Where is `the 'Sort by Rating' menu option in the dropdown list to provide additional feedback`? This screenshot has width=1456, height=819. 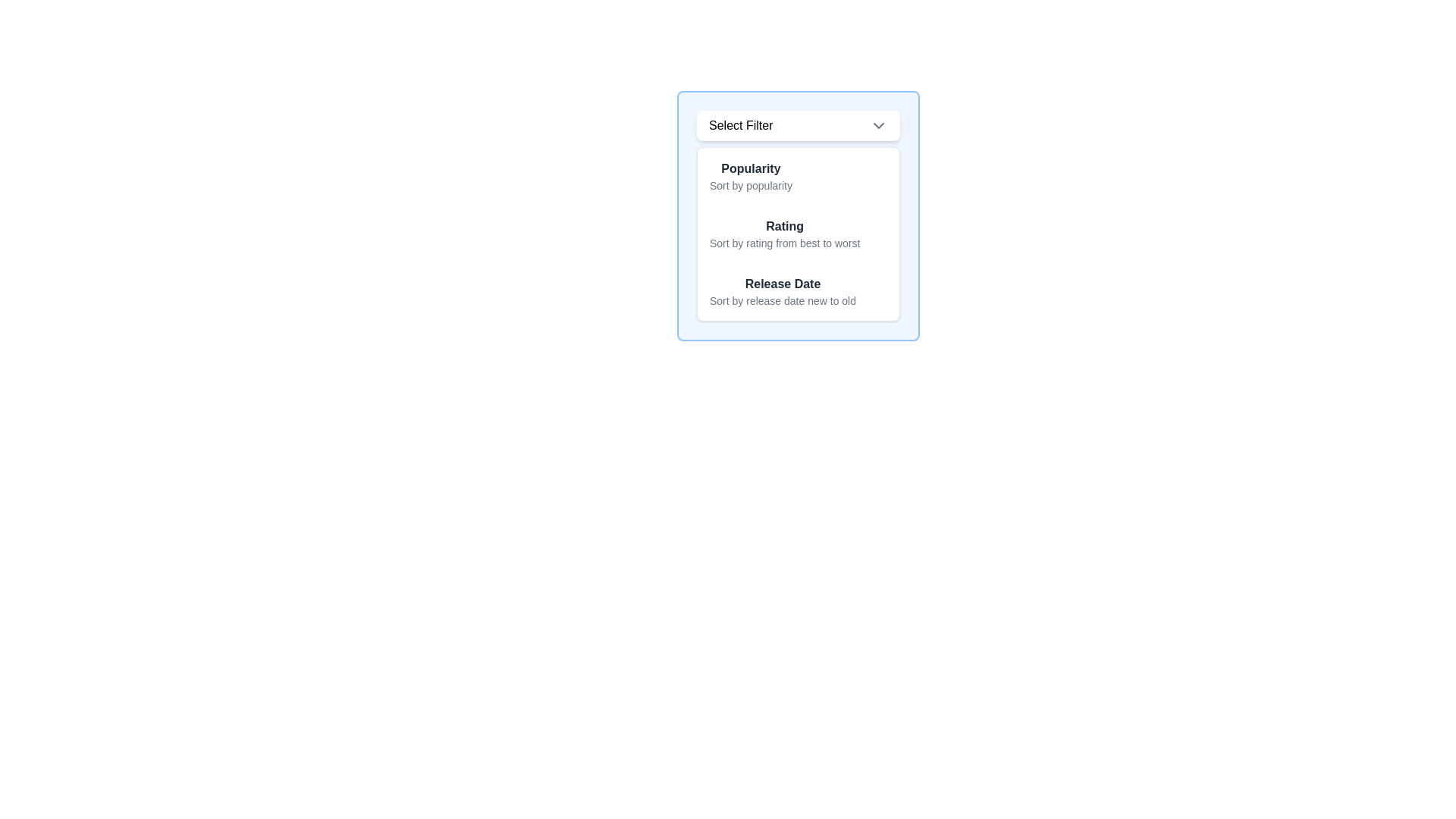 the 'Sort by Rating' menu option in the dropdown list to provide additional feedback is located at coordinates (785, 234).